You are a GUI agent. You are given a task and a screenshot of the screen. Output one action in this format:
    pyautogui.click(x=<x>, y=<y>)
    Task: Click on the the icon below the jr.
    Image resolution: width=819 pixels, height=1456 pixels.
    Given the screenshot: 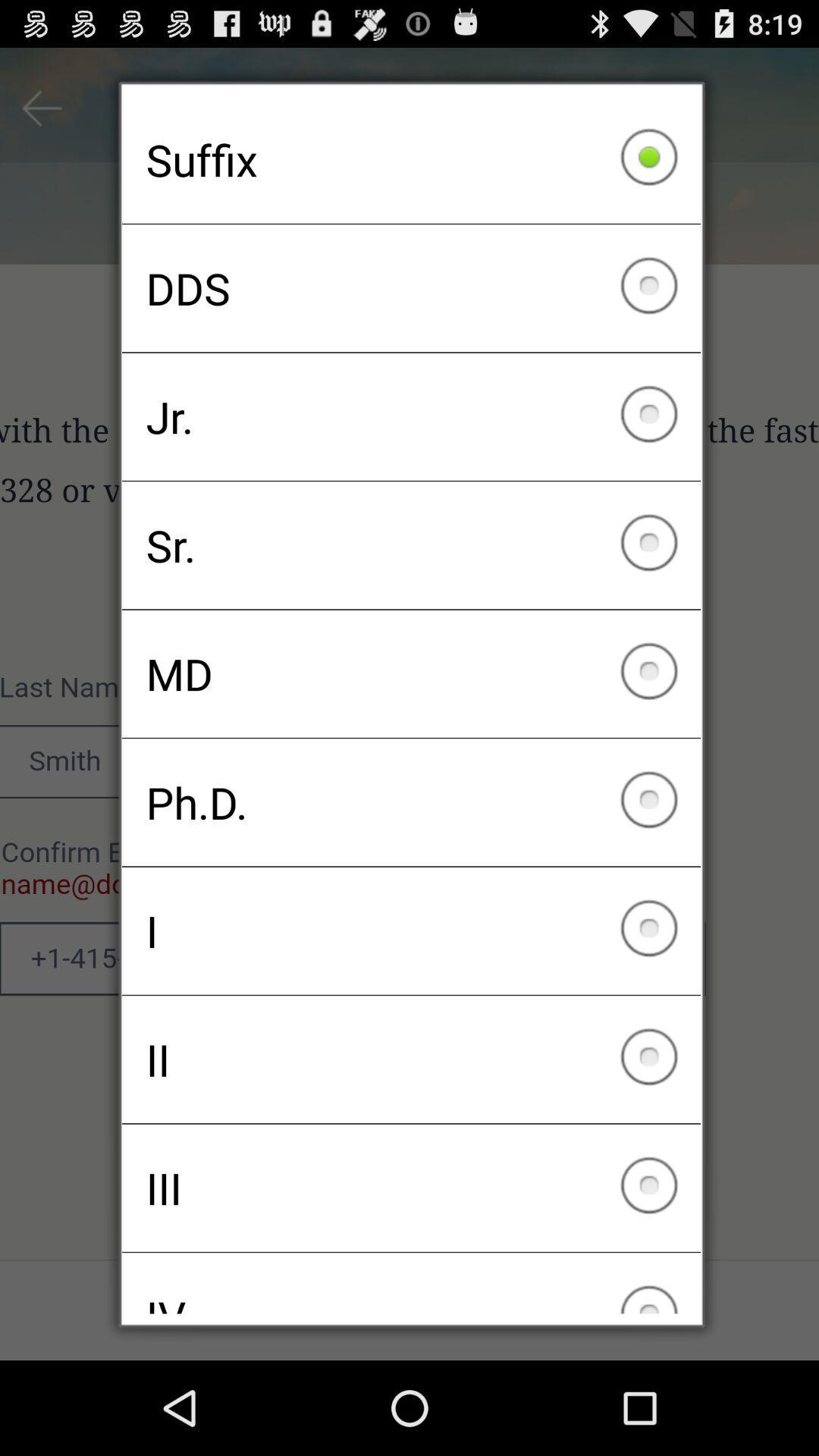 What is the action you would take?
    pyautogui.click(x=411, y=545)
    